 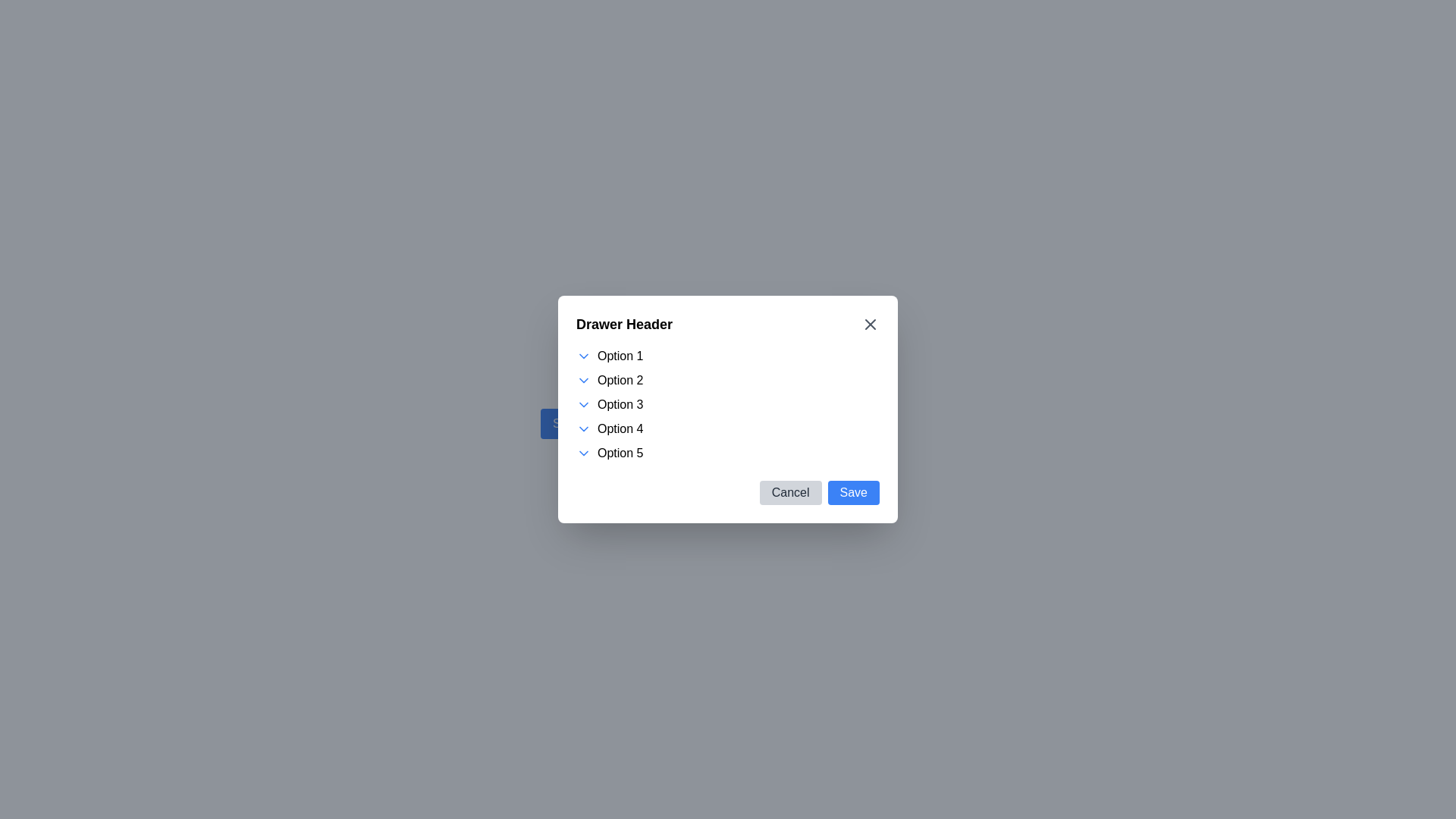 What do you see at coordinates (870, 324) in the screenshot?
I see `the Close Button Icon, which is a small 'X' shape located in the top-right corner of the dialog interface` at bounding box center [870, 324].